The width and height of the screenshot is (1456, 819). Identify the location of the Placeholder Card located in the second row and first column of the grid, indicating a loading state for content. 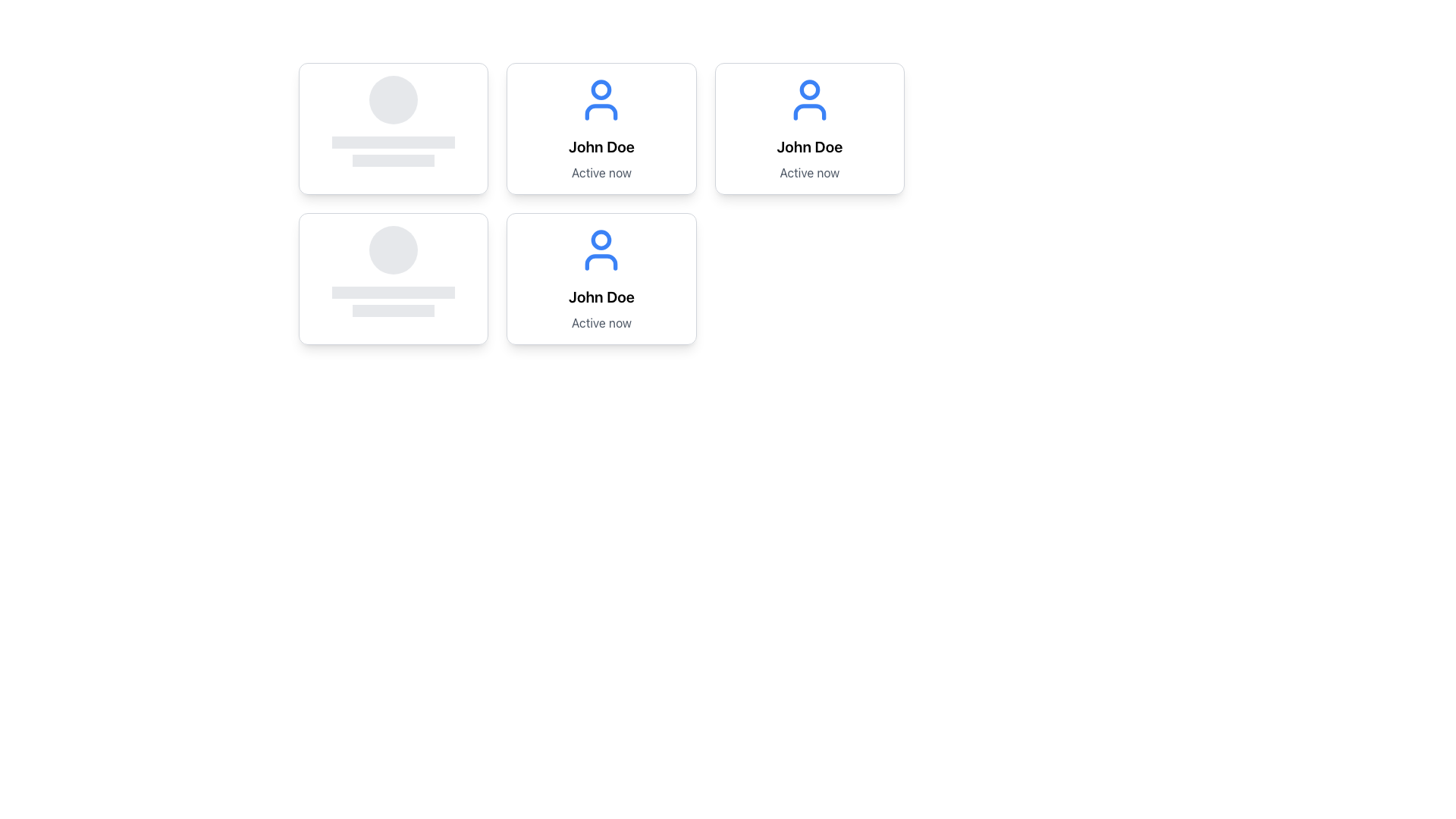
(394, 271).